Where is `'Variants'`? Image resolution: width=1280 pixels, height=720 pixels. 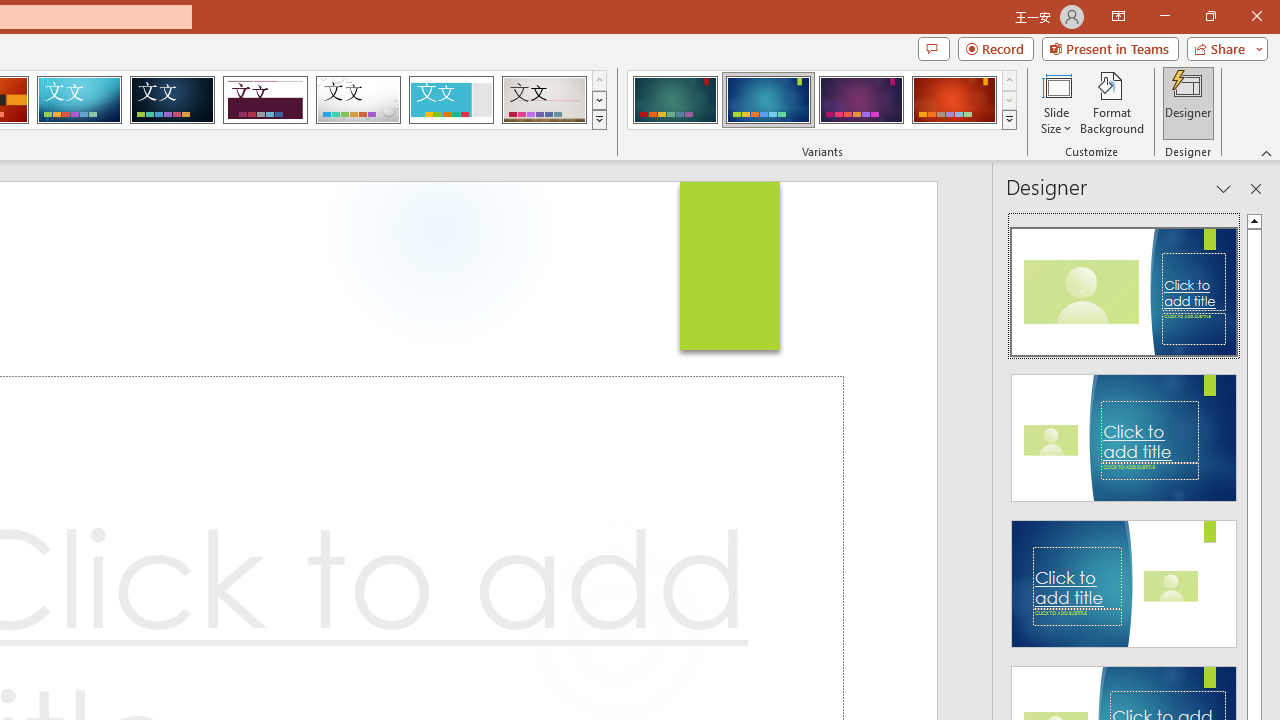 'Variants' is located at coordinates (1009, 120).